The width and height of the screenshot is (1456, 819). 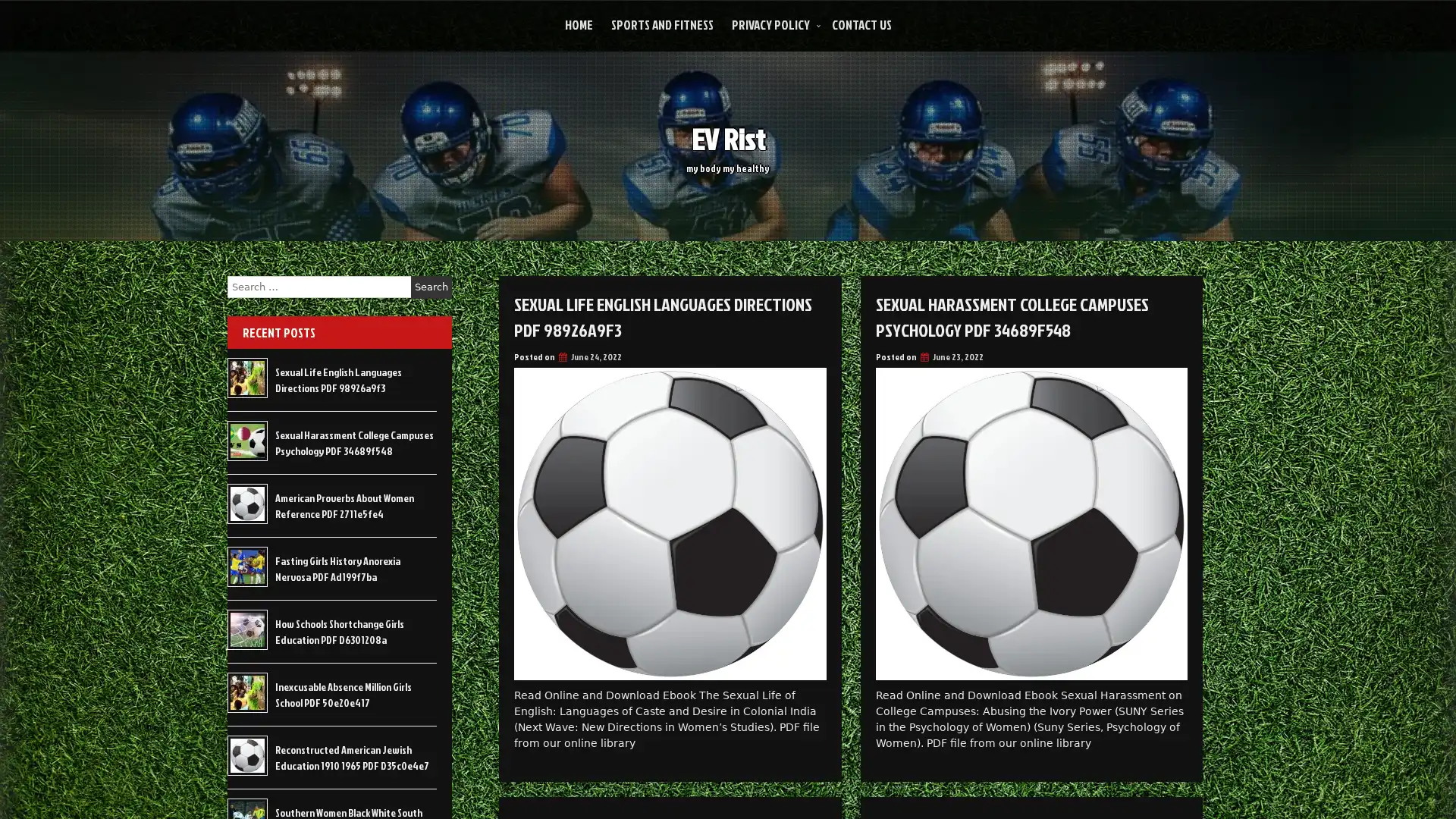 What do you see at coordinates (431, 287) in the screenshot?
I see `Search` at bounding box center [431, 287].